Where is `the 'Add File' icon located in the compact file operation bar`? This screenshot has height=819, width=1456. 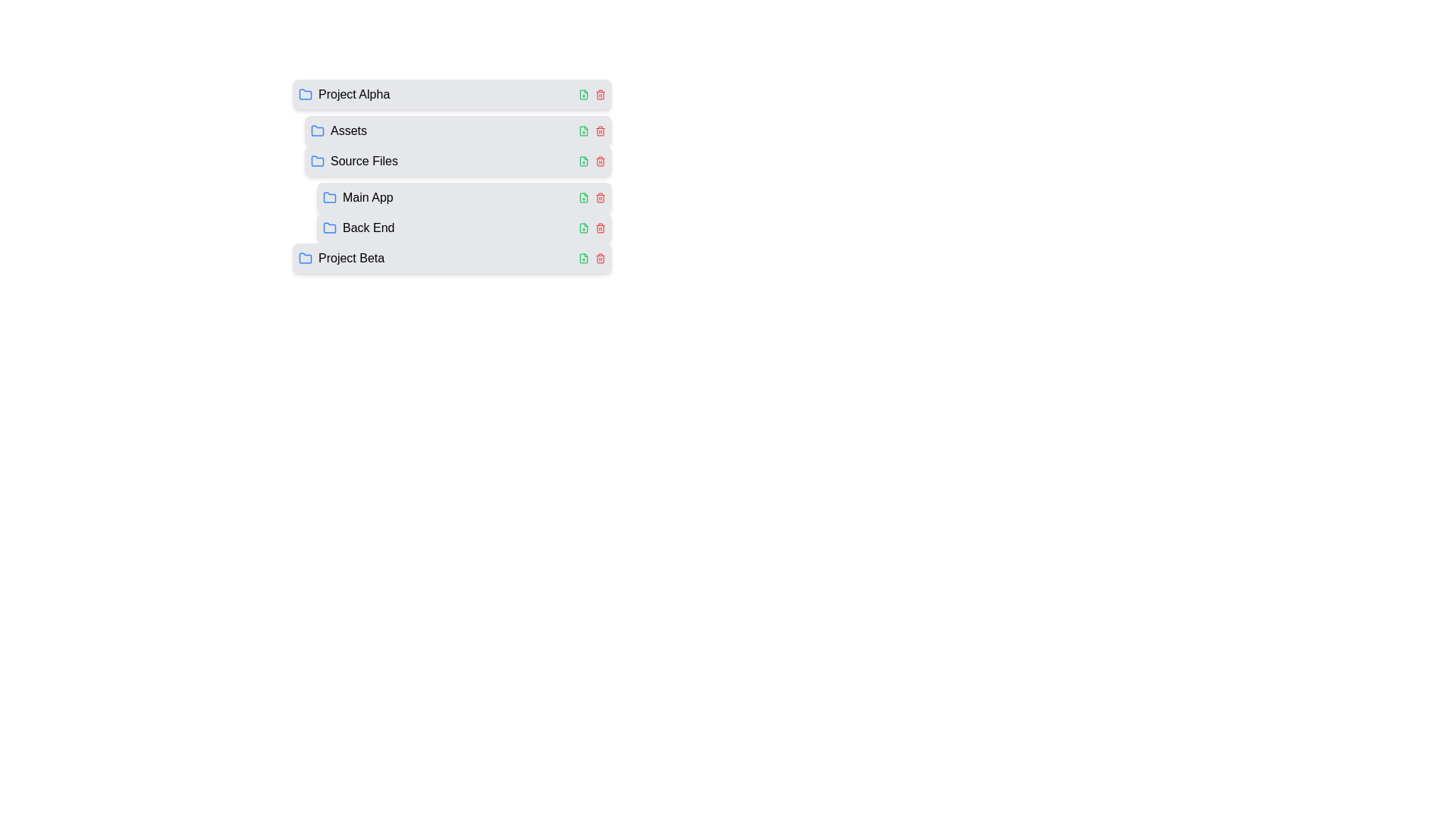 the 'Add File' icon located in the compact file operation bar is located at coordinates (582, 161).